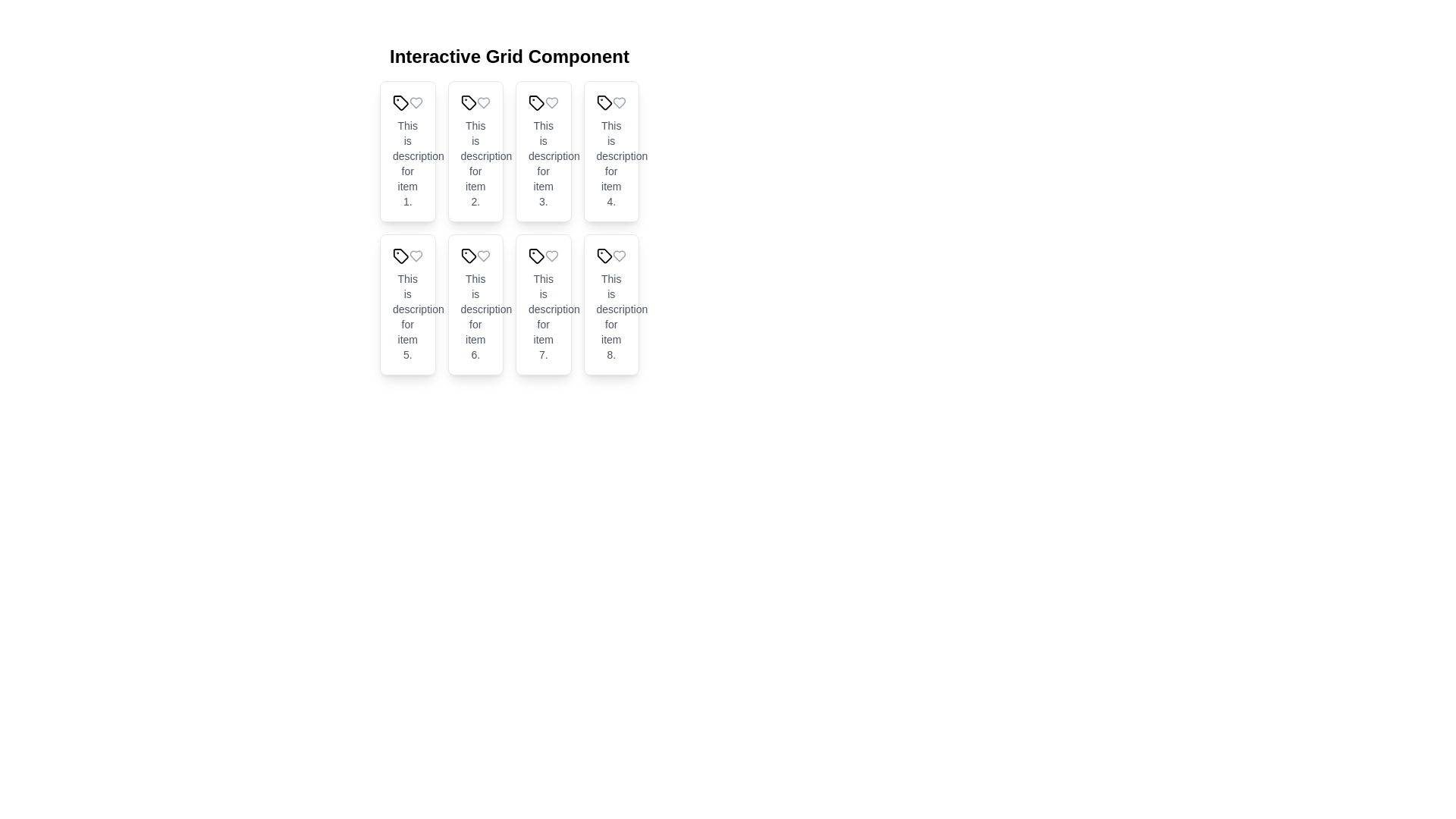  I want to click on the heart icon located at the top-right section of the grid item labeled 'Tile 1', so click(416, 102).